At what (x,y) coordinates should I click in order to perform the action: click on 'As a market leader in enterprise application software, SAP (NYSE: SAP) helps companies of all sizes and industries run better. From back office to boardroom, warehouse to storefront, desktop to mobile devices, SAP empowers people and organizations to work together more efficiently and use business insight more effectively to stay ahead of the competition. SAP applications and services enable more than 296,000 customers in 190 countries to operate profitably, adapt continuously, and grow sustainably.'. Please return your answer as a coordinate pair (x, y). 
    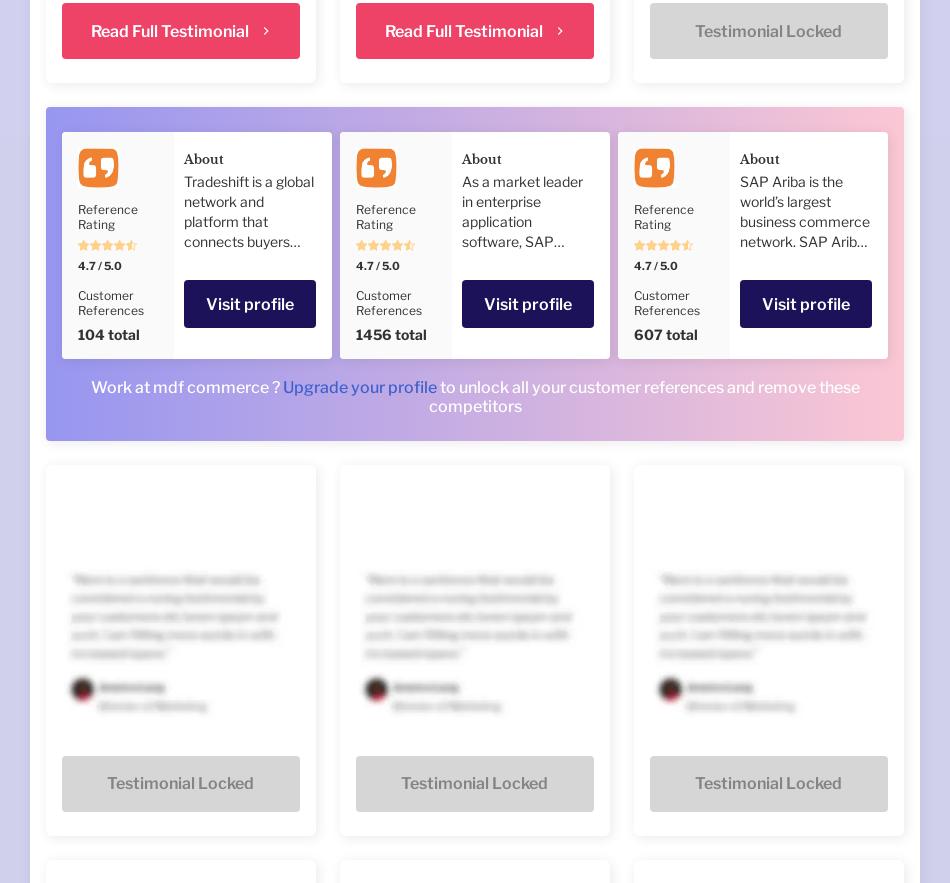
    Looking at the image, I should click on (526, 470).